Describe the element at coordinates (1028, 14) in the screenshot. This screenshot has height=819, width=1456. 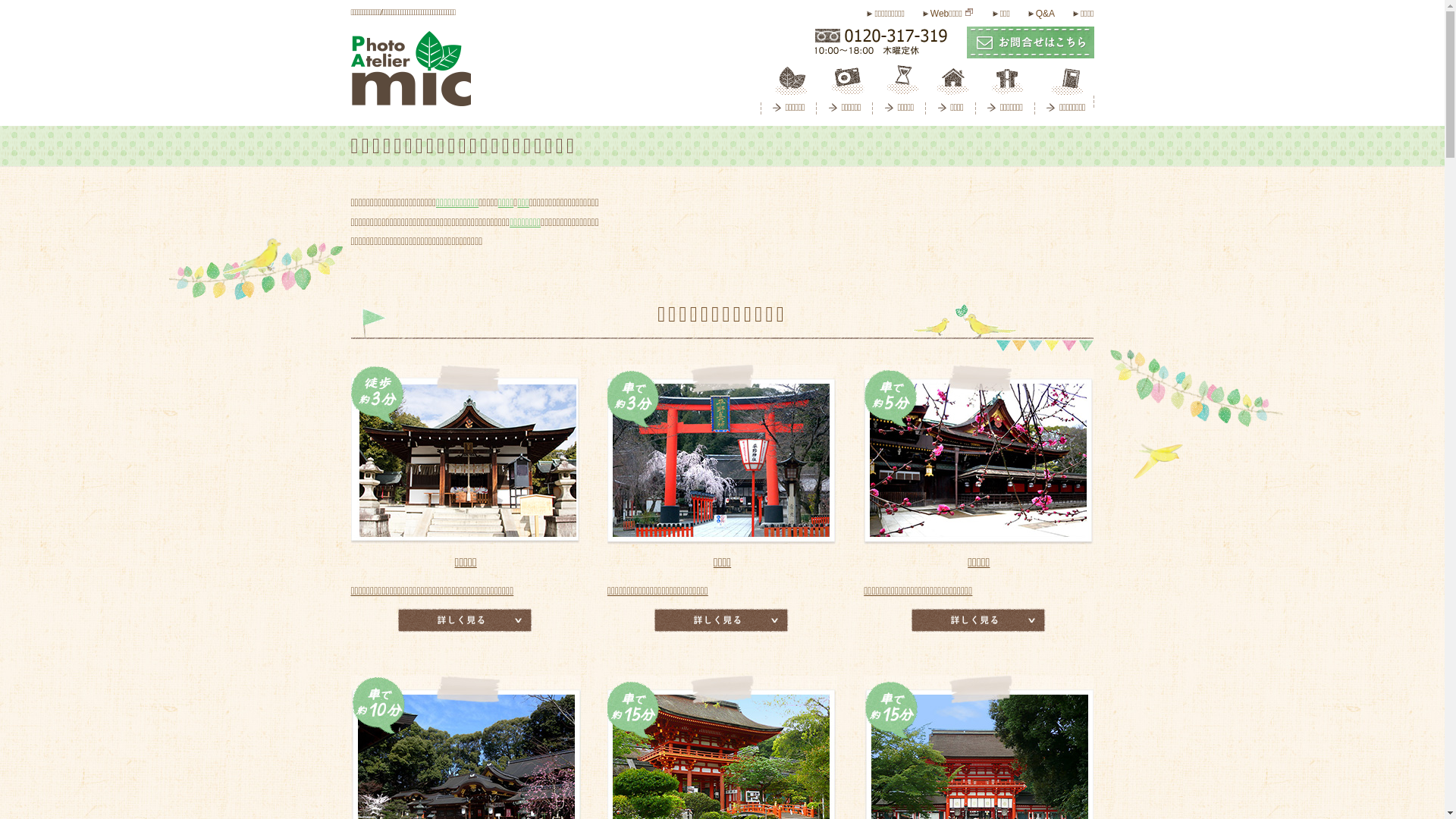
I see `'Q&A'` at that location.